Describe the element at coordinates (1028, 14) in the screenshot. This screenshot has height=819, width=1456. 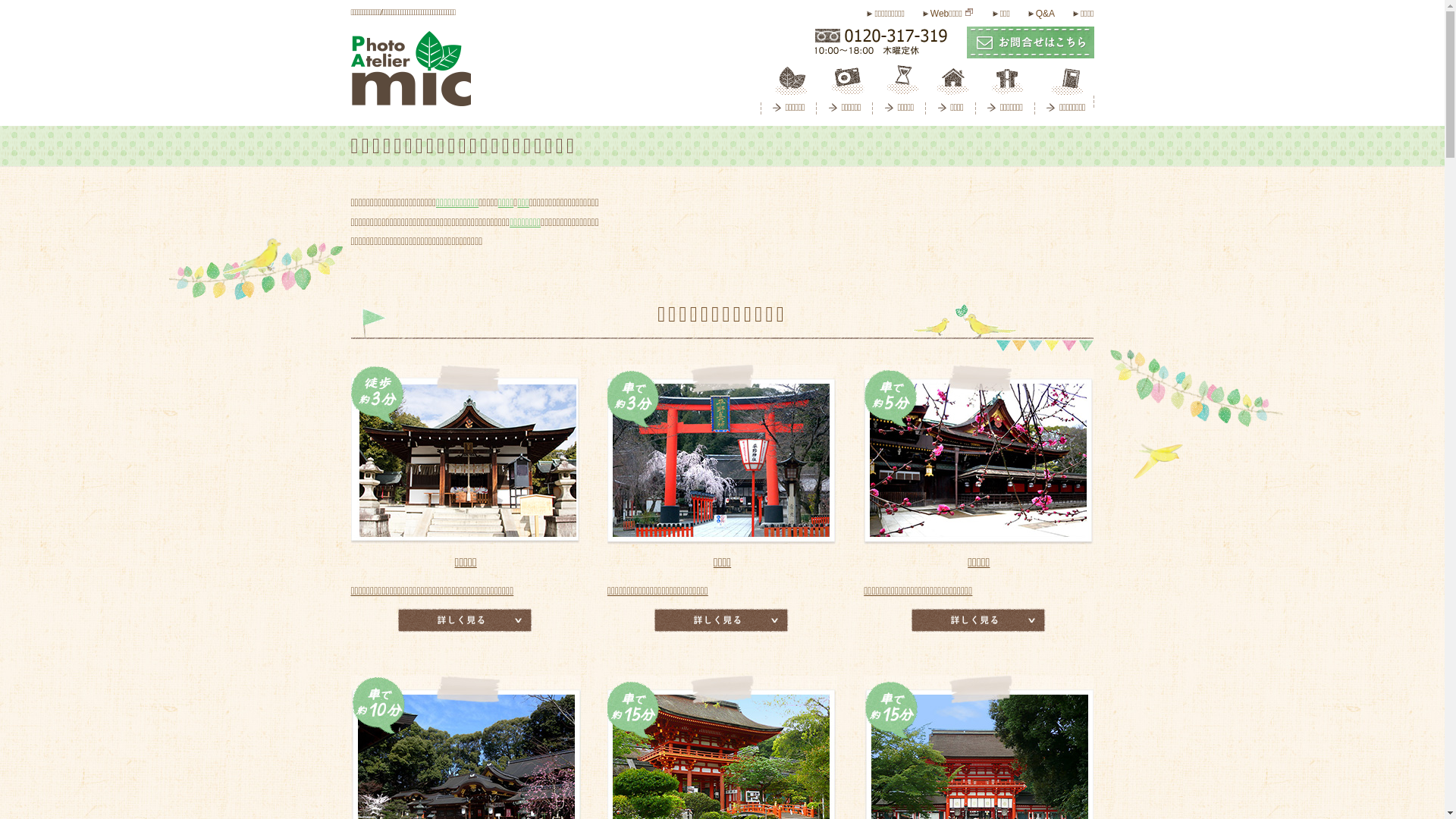
I see `'Q&A'` at that location.